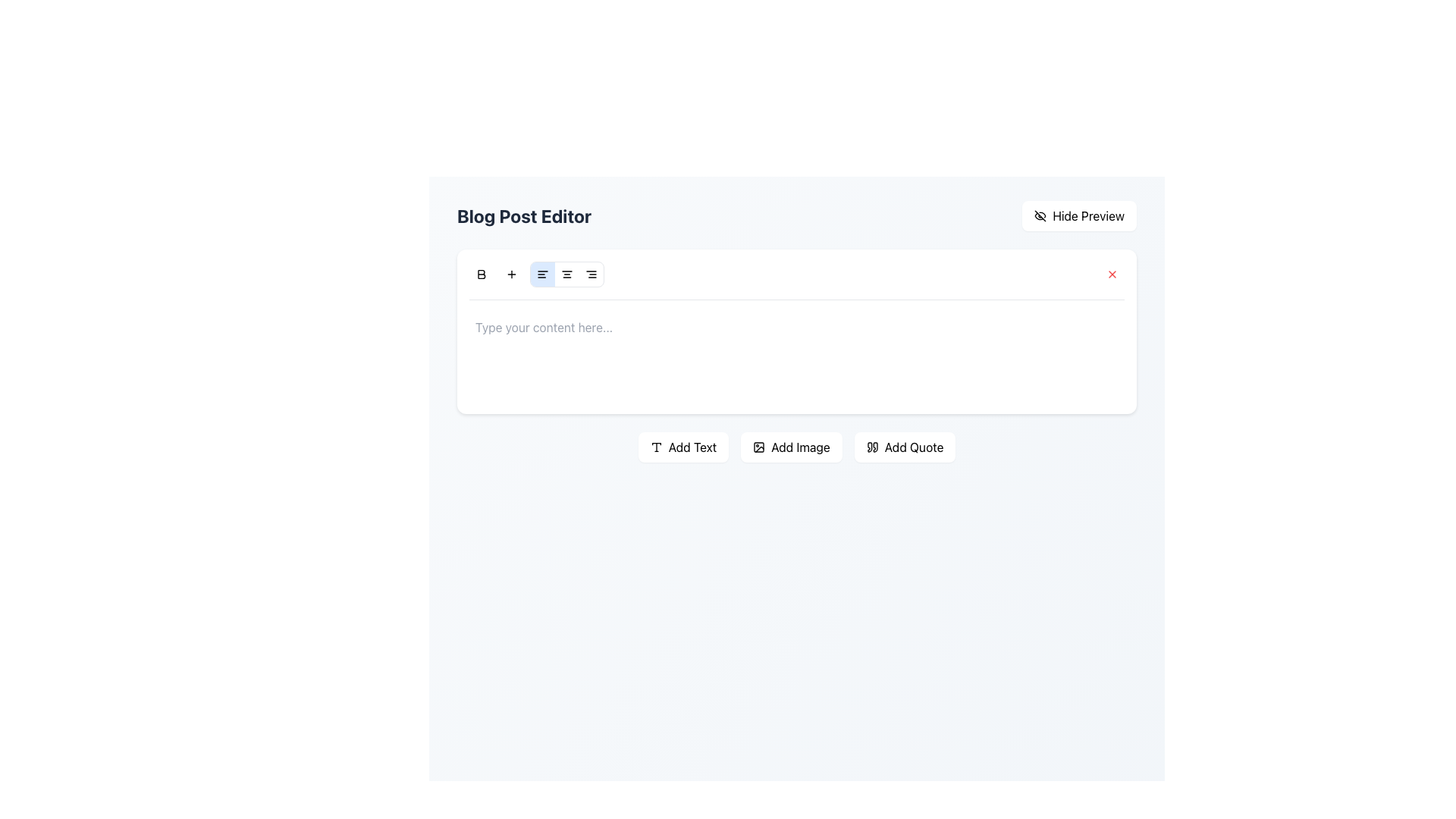 This screenshot has width=1456, height=819. Describe the element at coordinates (512, 275) in the screenshot. I see `the first button in the toolbar of the Blog Post Editor` at that location.